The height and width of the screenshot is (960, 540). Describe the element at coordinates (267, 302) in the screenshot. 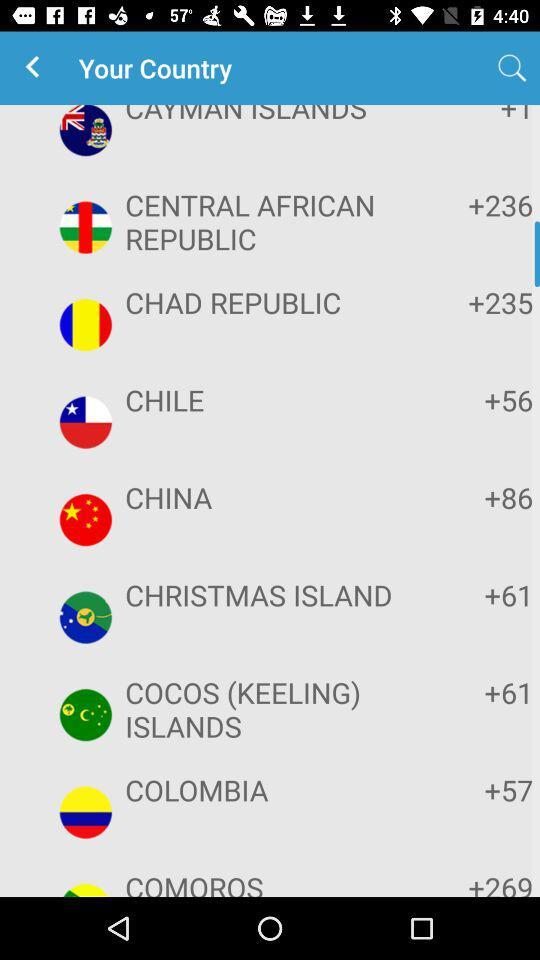

I see `the chad republic icon` at that location.